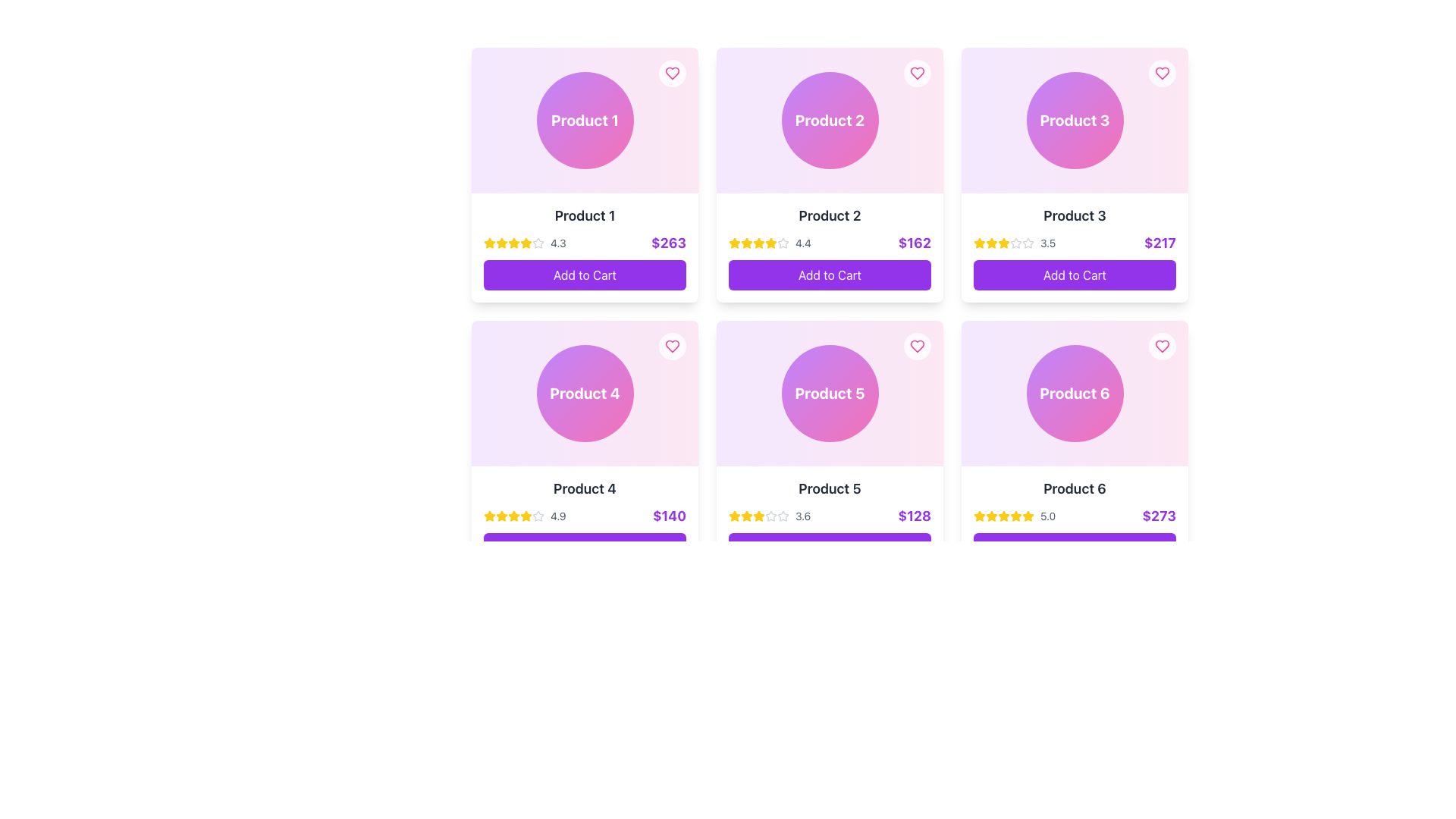 This screenshot has width=1456, height=819. I want to click on the circular icon that visually identifies the product, showcasing the product name, located in the center of the 'Product 3' card in the top-right corner of a 3x2 grid layout, so click(1074, 119).